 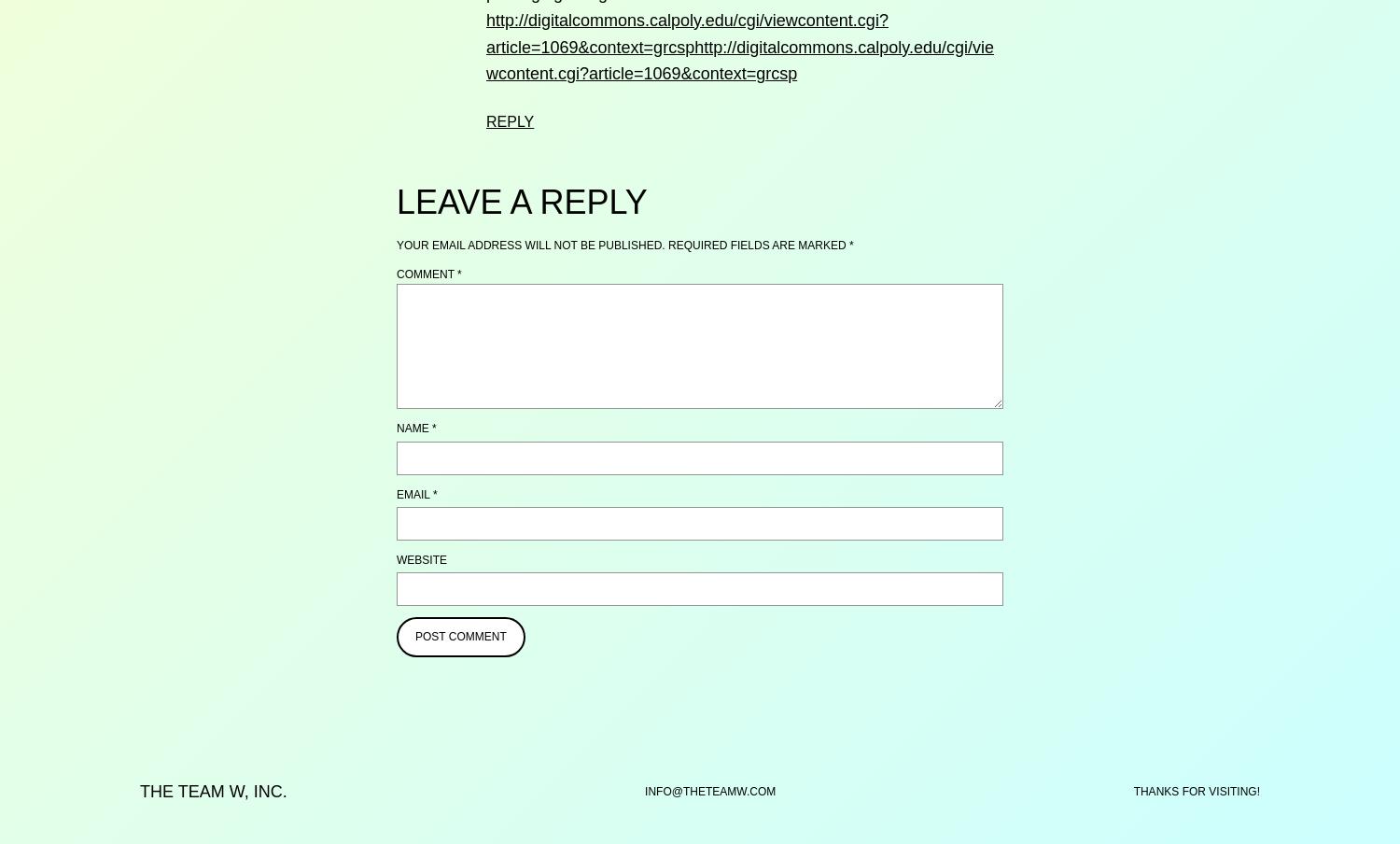 I want to click on 'Thanks for visiting!', so click(x=1196, y=792).